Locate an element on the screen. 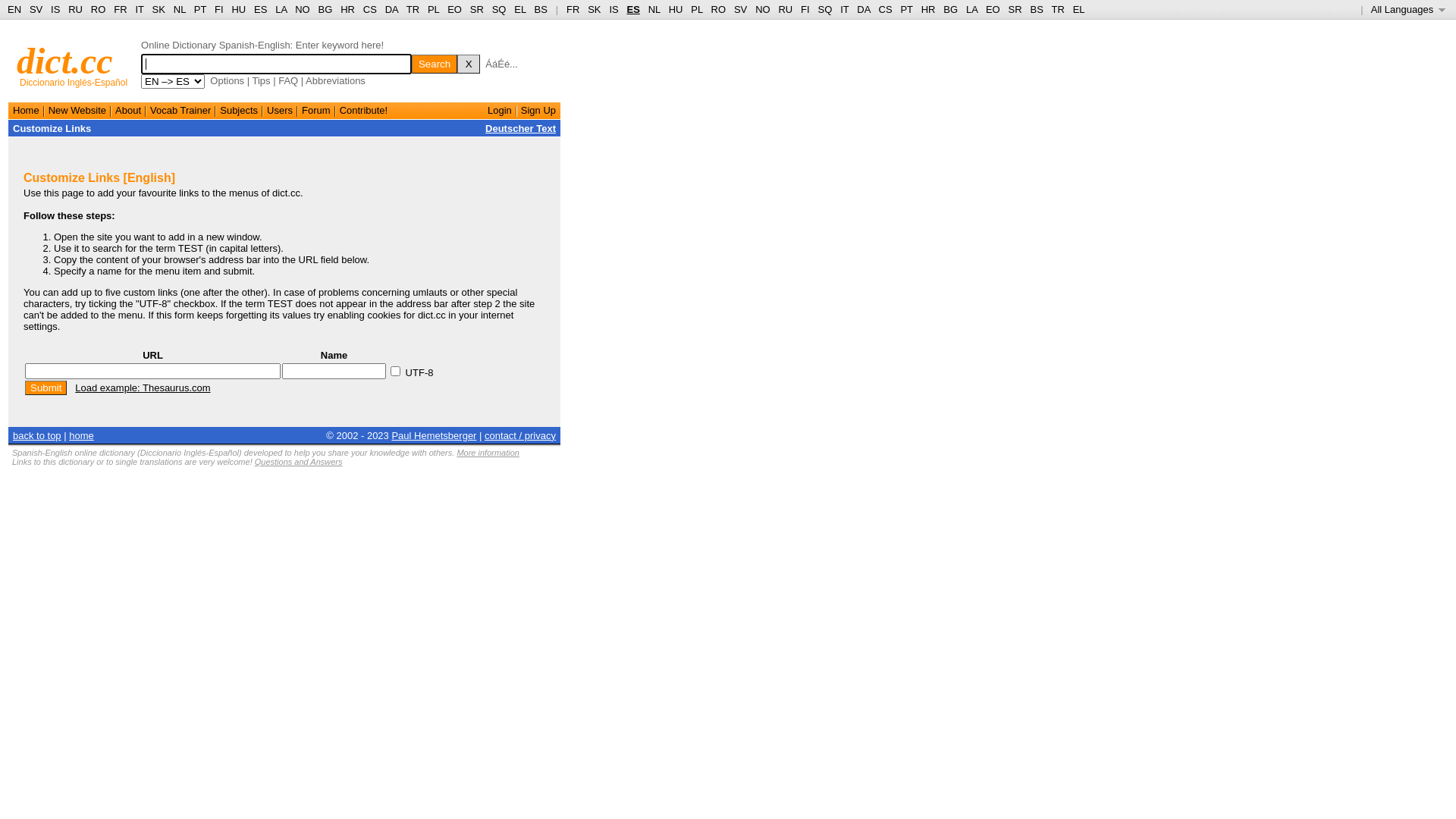 This screenshot has height=819, width=1456. 'SQ' is located at coordinates (499, 9).